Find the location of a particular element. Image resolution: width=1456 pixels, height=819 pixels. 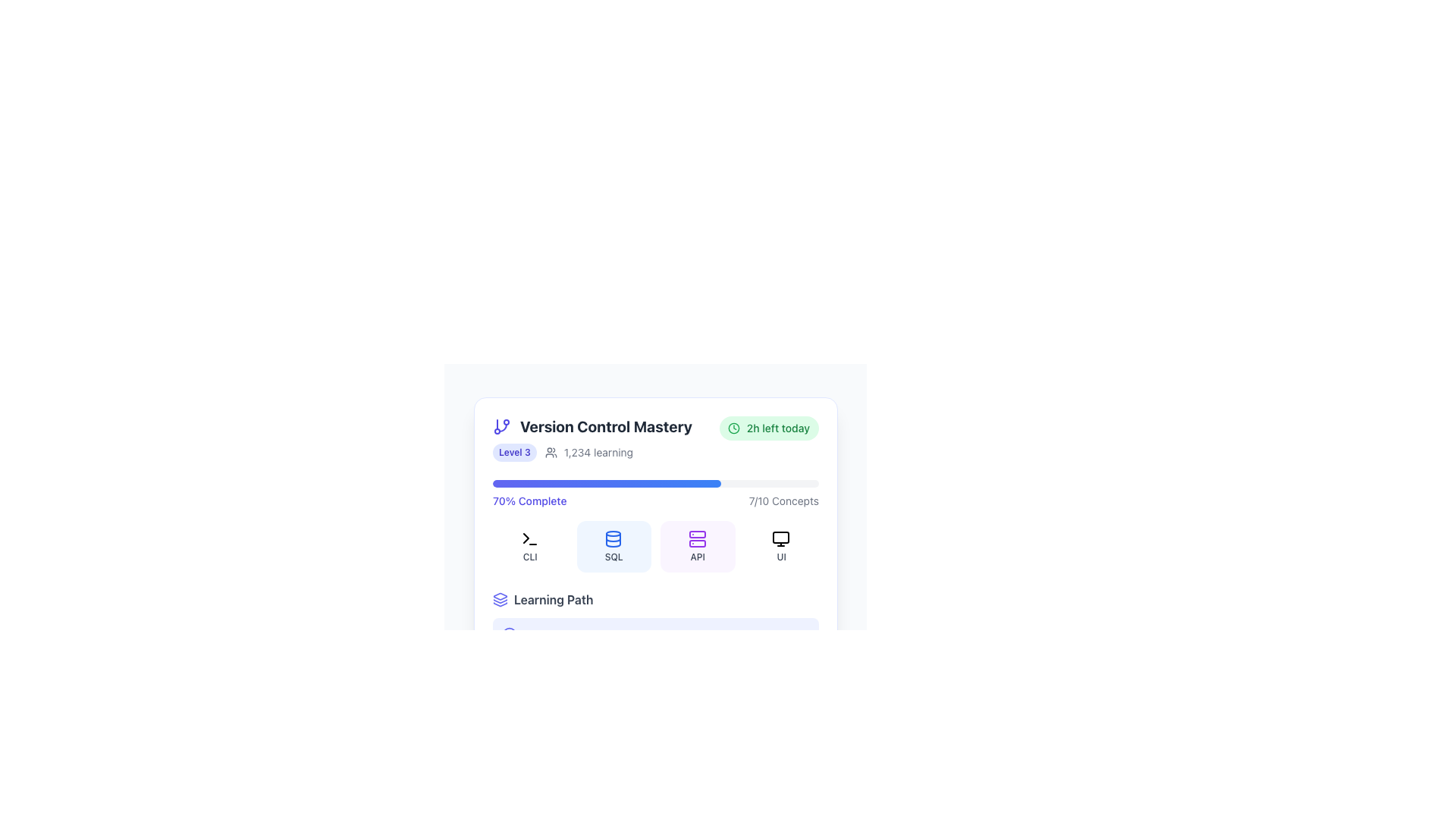

the text label displaying '2h left today' which is part of a green pill-shaped background in the top-right section of the content card is located at coordinates (777, 428).